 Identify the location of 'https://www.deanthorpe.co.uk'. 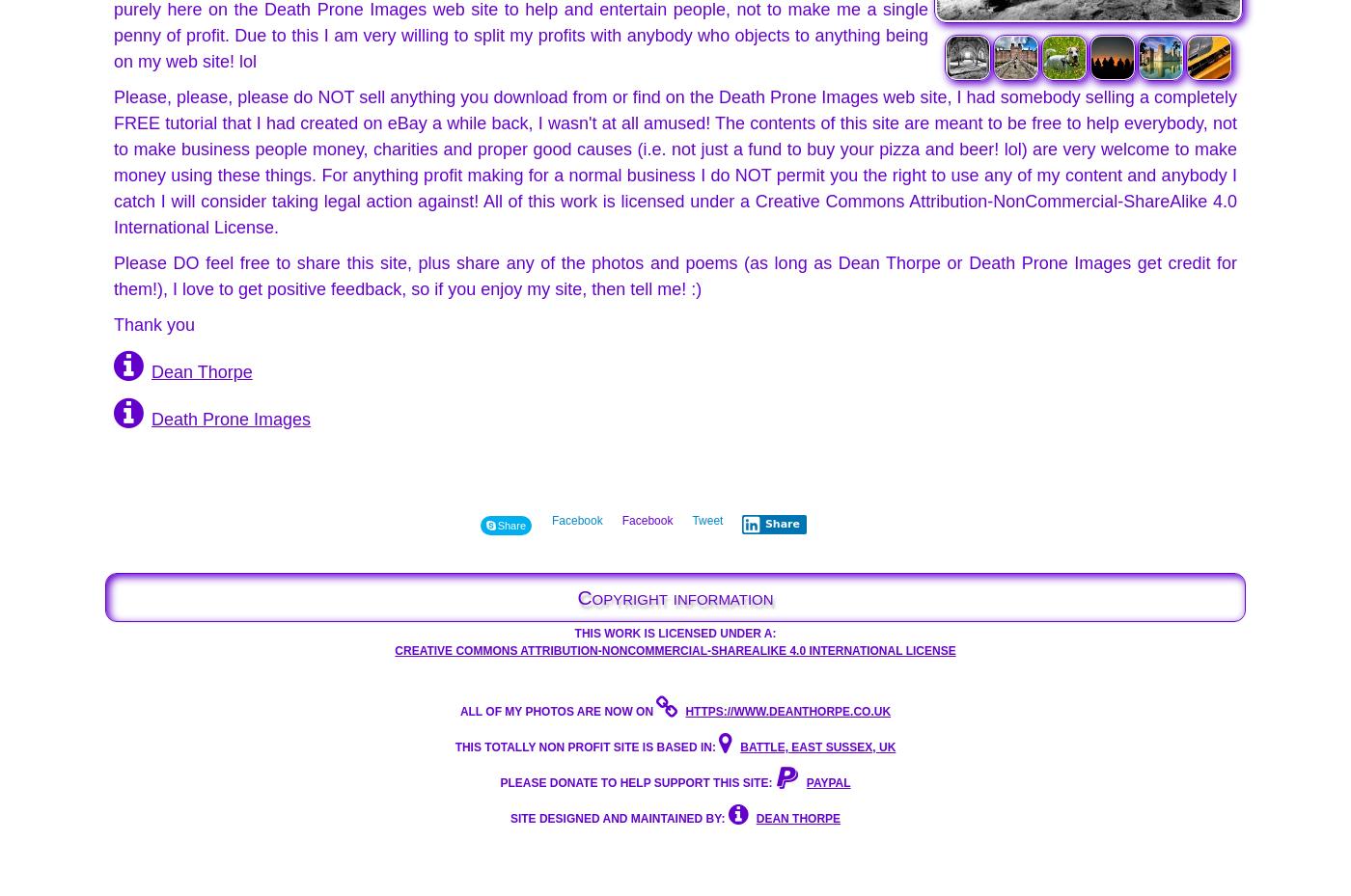
(787, 711).